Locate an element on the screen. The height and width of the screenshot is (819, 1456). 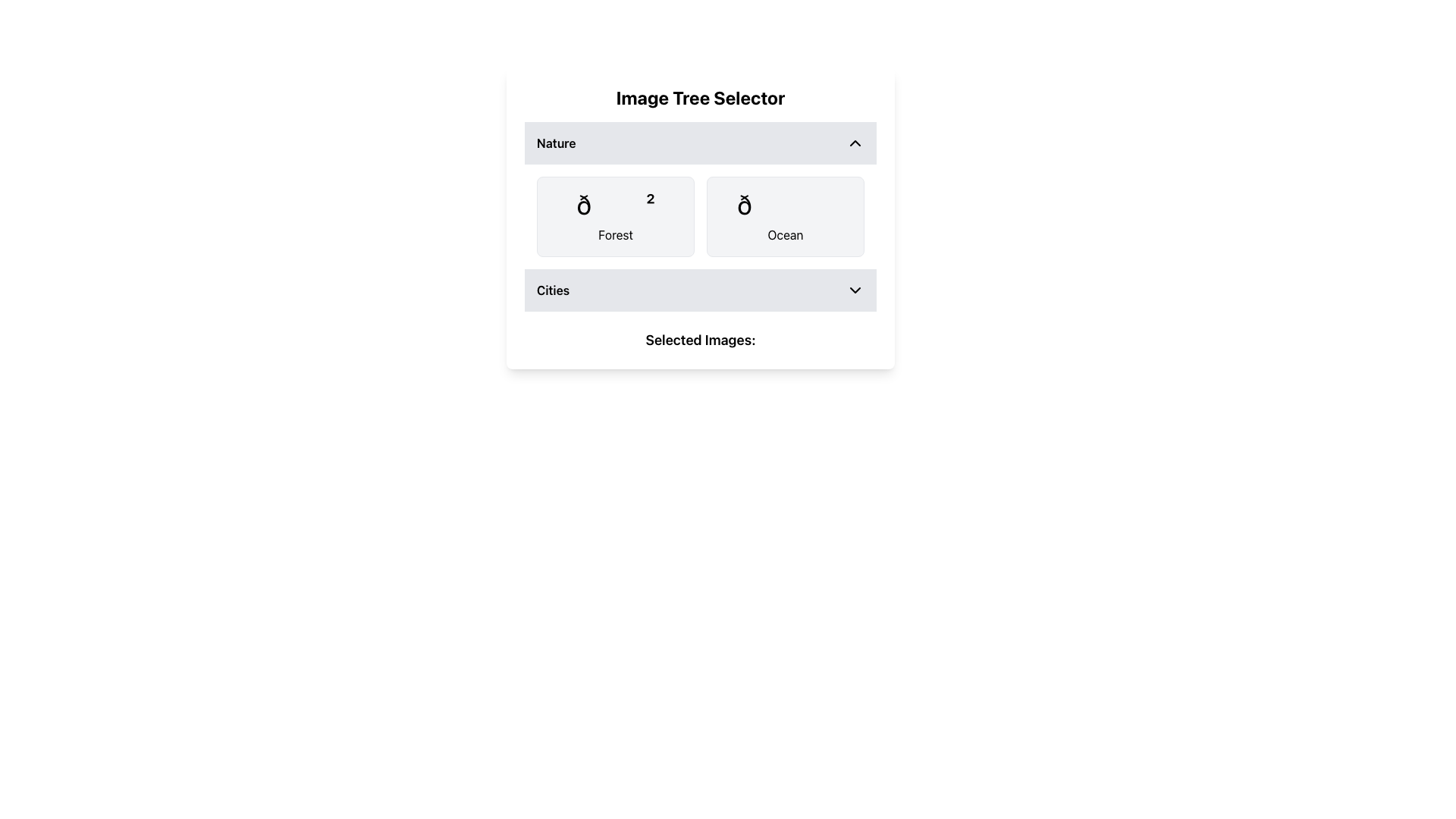
the downward-pointing chevron icon in the 'Cities' section of the dropdown group to trigger a tooltip is located at coordinates (855, 290).